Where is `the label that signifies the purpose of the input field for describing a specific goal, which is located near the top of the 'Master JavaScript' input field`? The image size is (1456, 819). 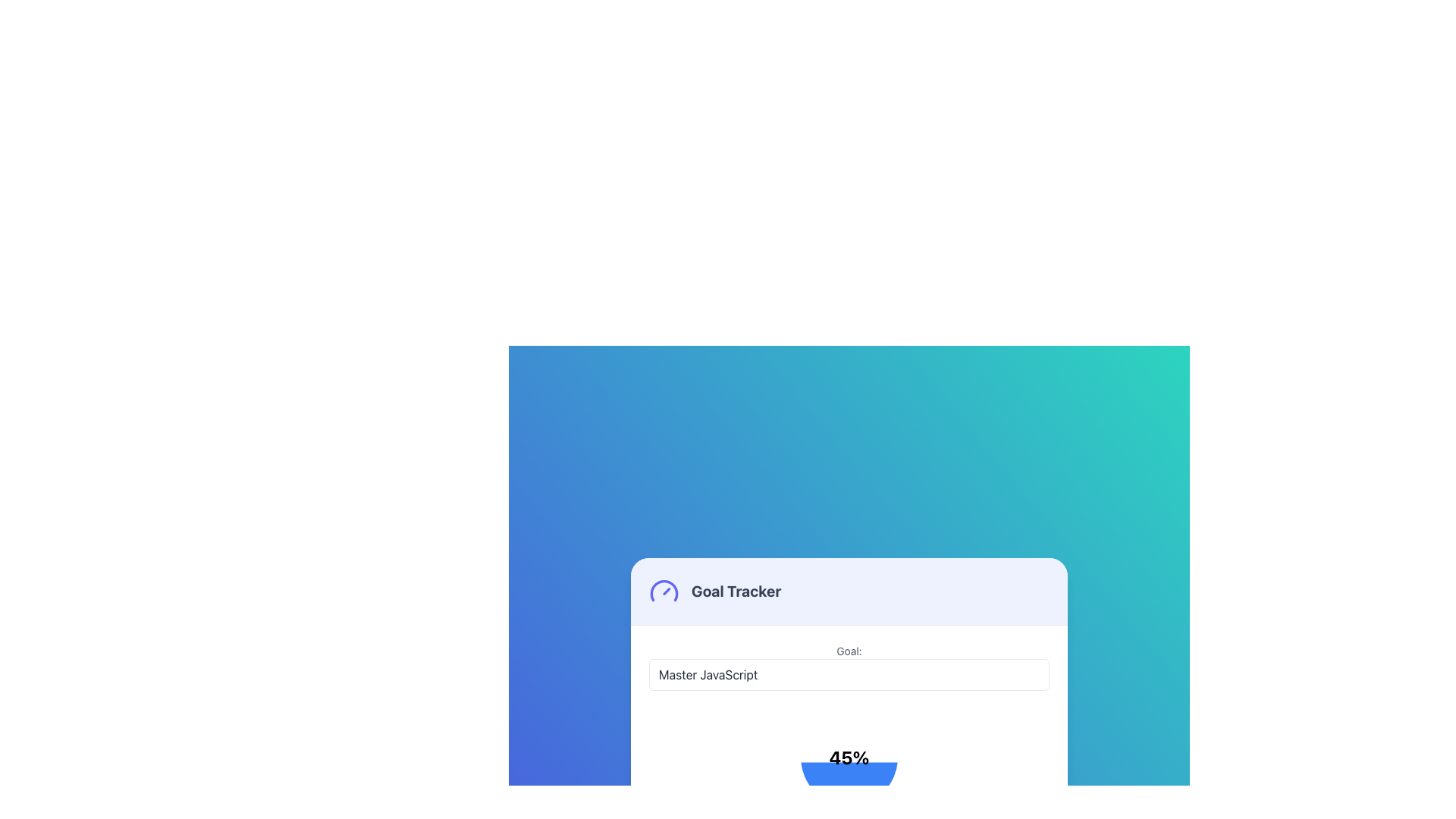 the label that signifies the purpose of the input field for describing a specific goal, which is located near the top of the 'Master JavaScript' input field is located at coordinates (848, 651).